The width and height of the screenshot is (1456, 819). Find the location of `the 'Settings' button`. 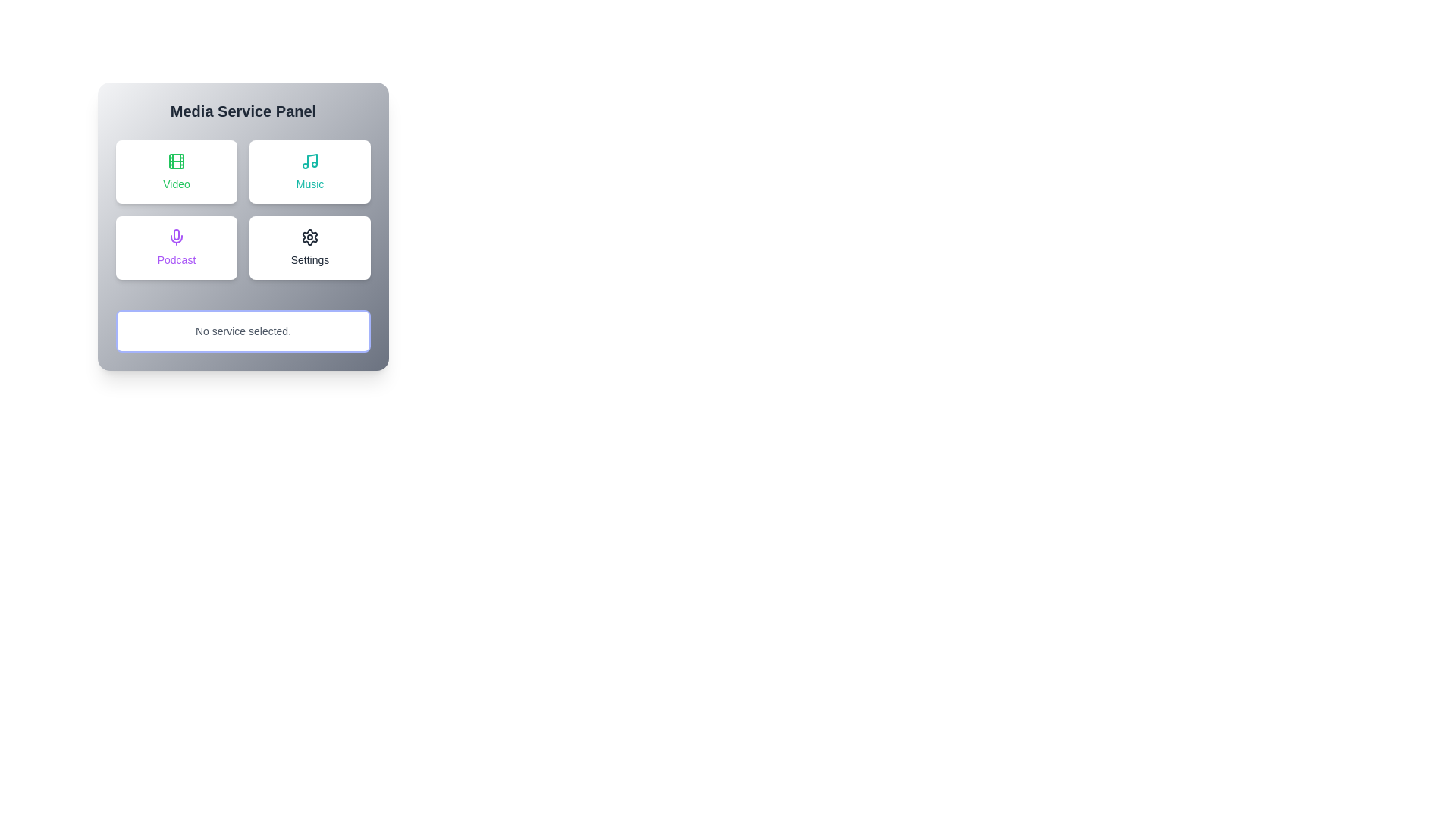

the 'Settings' button is located at coordinates (309, 247).